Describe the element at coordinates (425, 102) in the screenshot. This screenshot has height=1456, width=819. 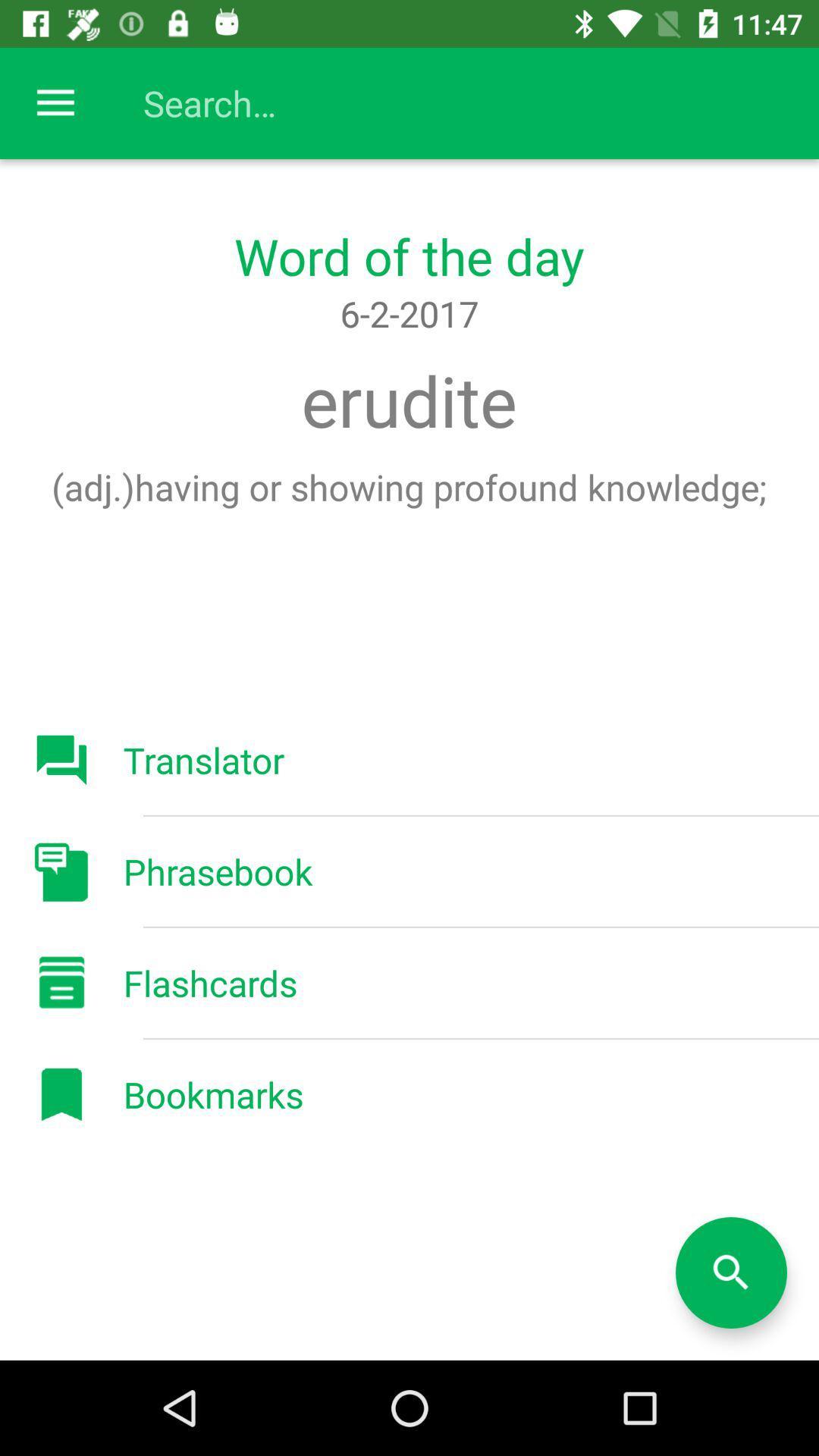
I see `search bar` at that location.